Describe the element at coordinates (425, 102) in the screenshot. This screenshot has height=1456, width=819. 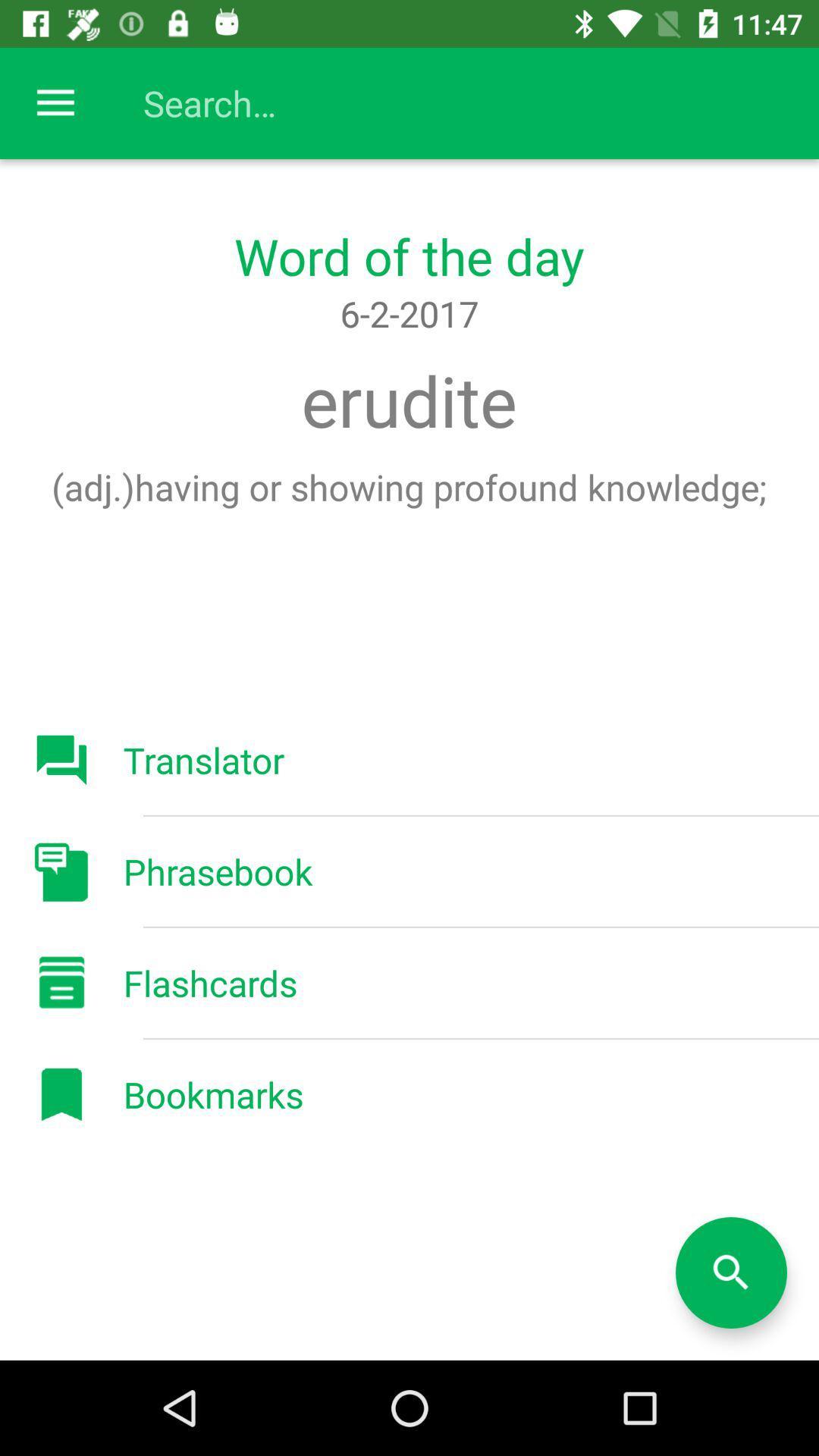
I see `search bar` at that location.